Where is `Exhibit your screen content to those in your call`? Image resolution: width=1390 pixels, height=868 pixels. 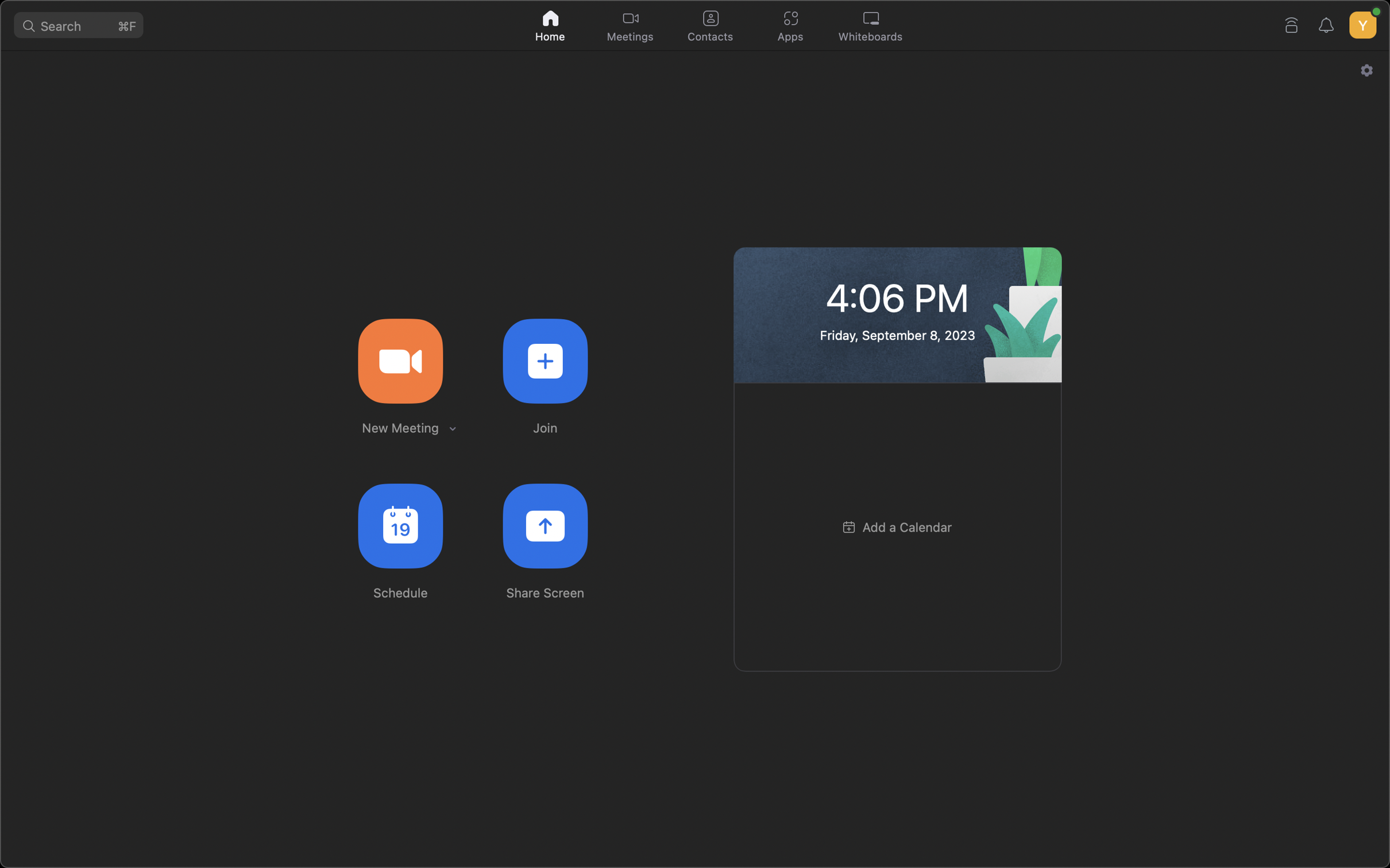
Exhibit your screen content to those in your call is located at coordinates (546, 526).